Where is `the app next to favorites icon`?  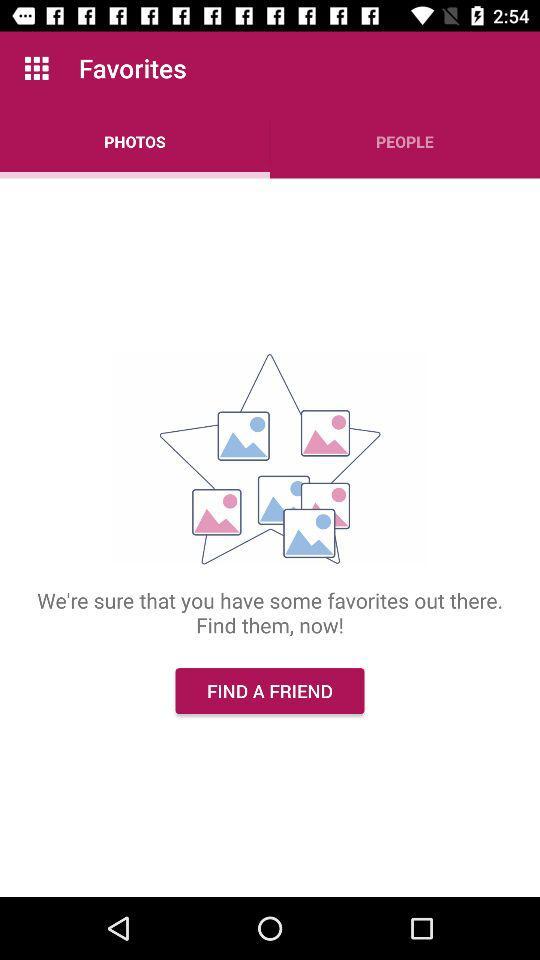
the app next to favorites icon is located at coordinates (36, 68).